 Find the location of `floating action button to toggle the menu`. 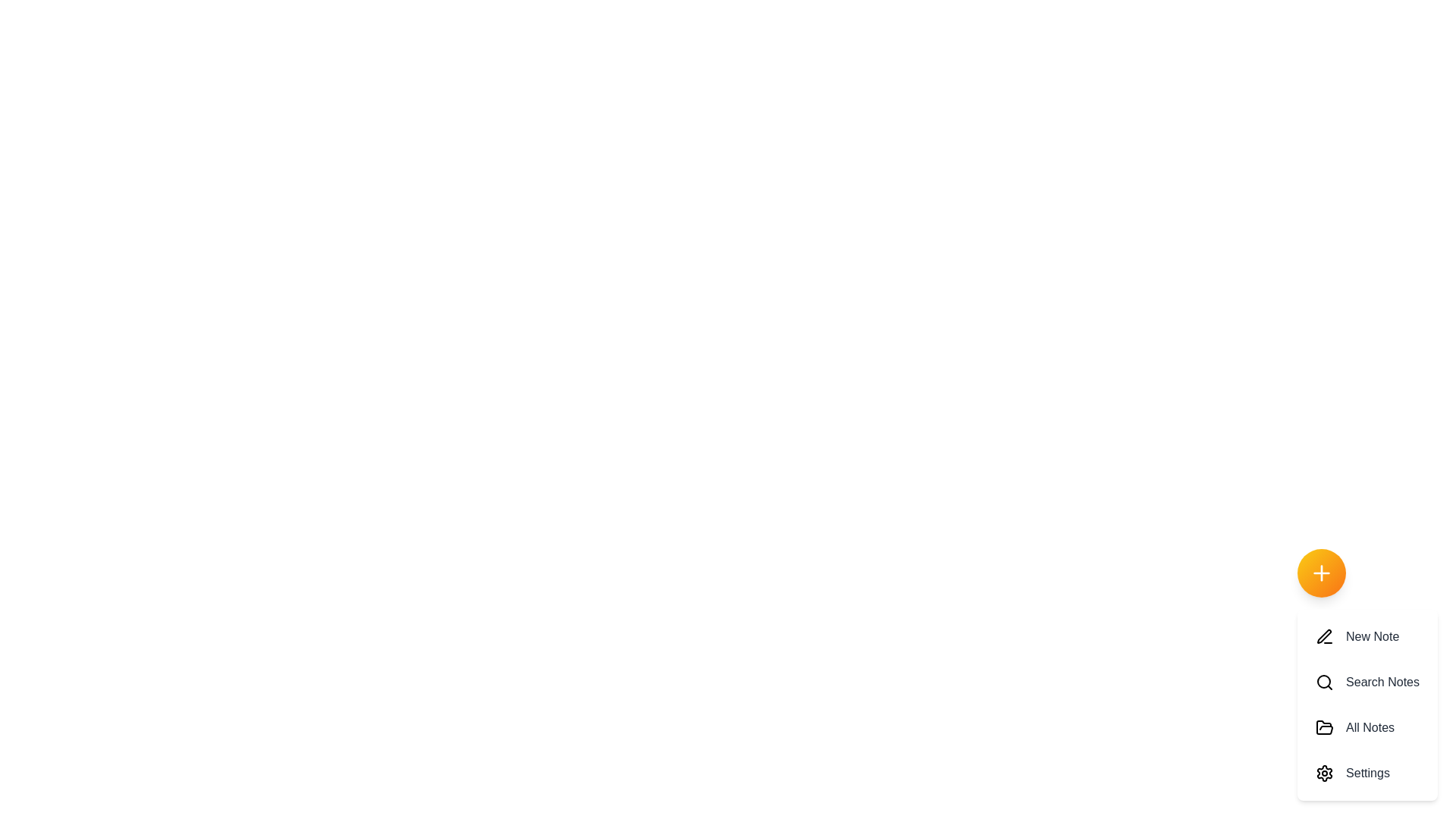

floating action button to toggle the menu is located at coordinates (1320, 573).